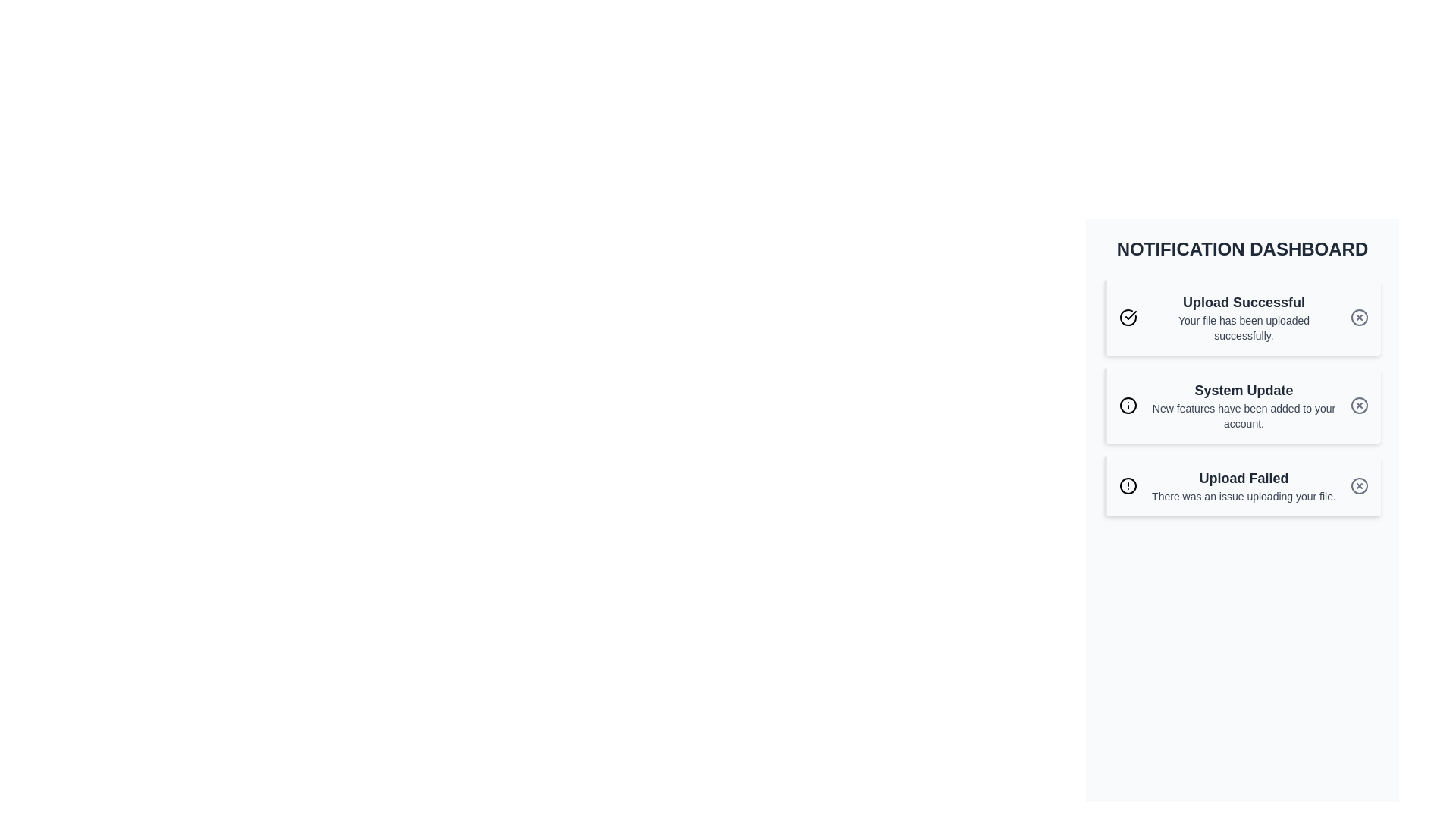  What do you see at coordinates (1128, 405) in the screenshot?
I see `the hollow ring icon with a black border and white fill located to the left of the 'System Update' notification in the notification dashboard` at bounding box center [1128, 405].